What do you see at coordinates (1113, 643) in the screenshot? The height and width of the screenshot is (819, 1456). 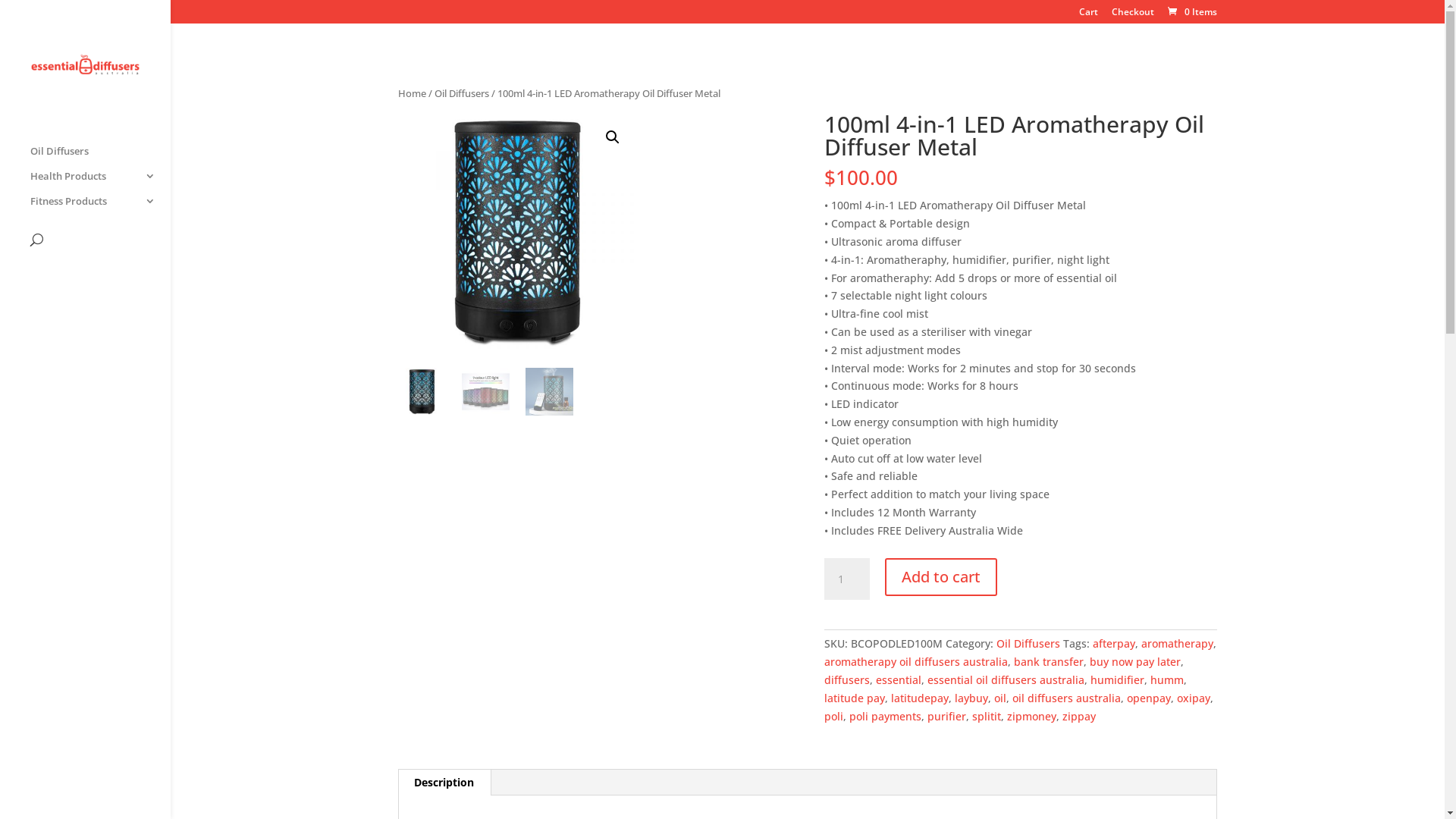 I see `'afterpay'` at bounding box center [1113, 643].